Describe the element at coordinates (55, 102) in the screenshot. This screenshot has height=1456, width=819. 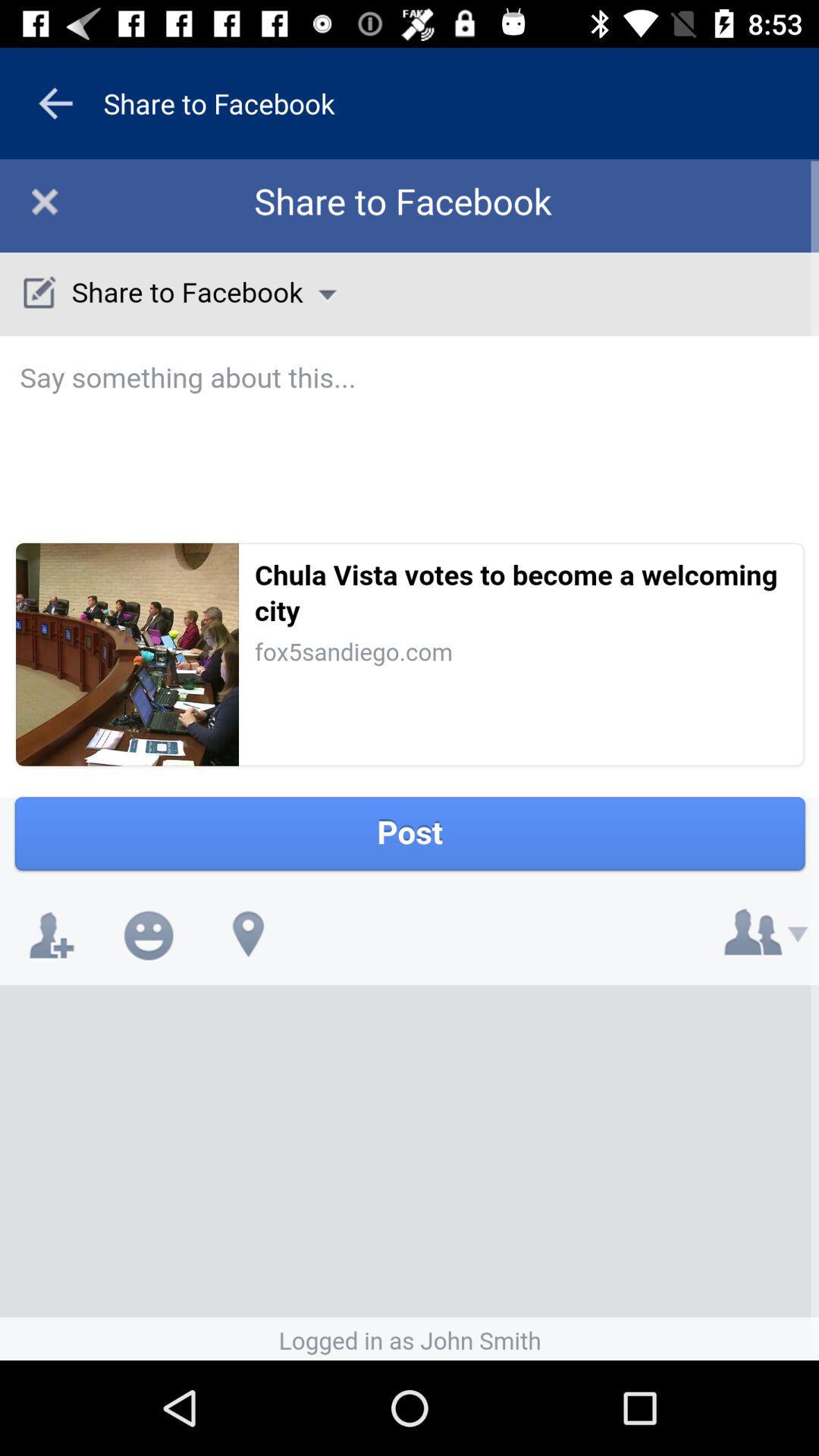
I see `back button` at that location.